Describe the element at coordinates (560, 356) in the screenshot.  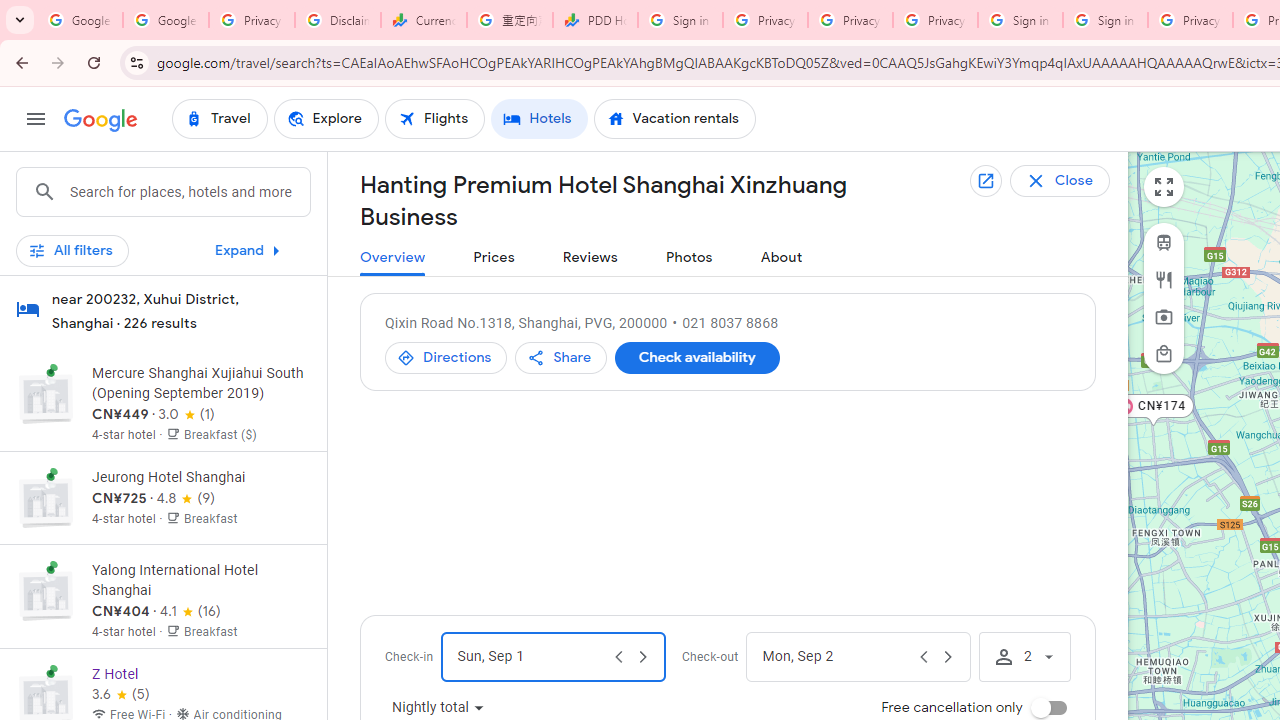
I see `'Share'` at that location.